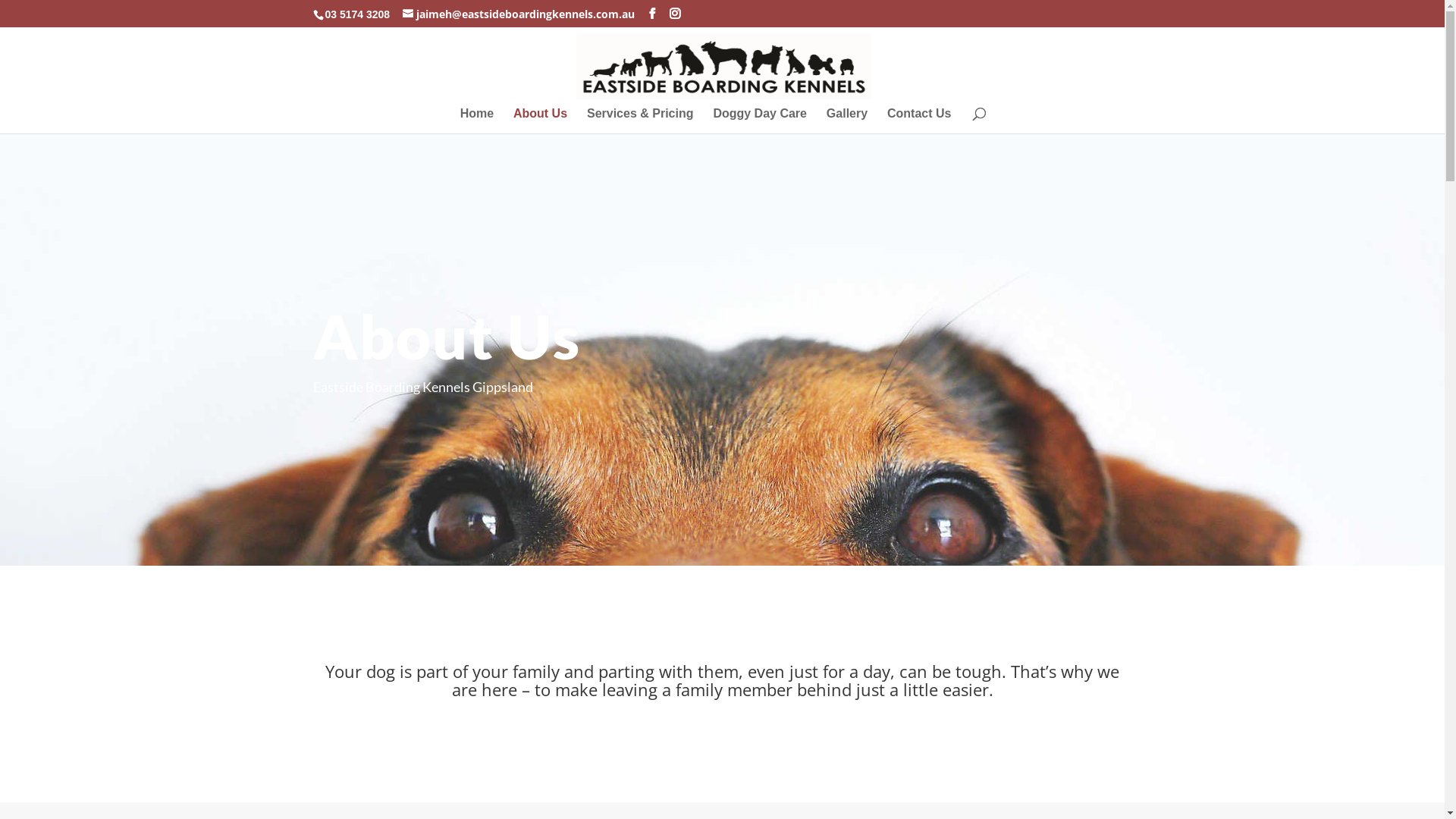 Image resolution: width=1456 pixels, height=819 pixels. Describe the element at coordinates (640, 120) in the screenshot. I see `'Services & Pricing'` at that location.